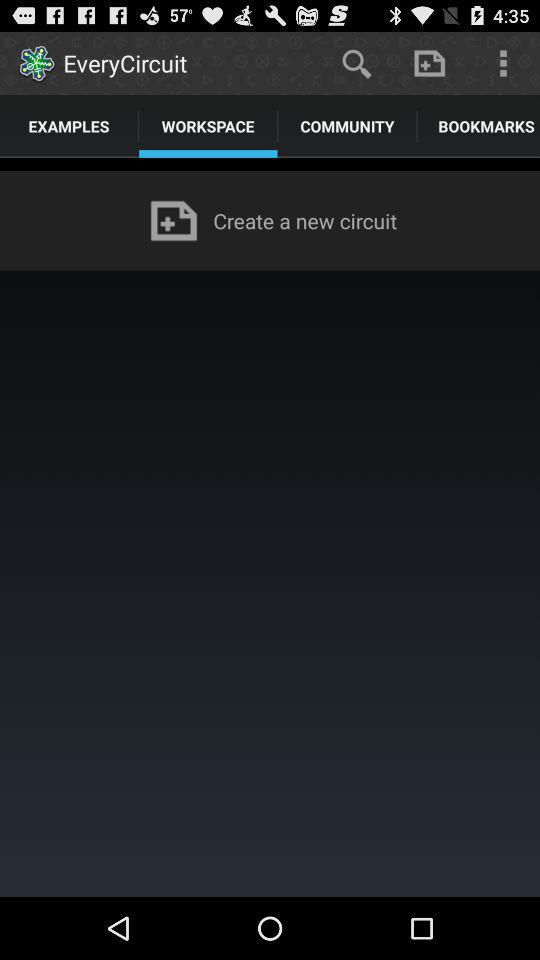 This screenshot has width=540, height=960. I want to click on the item below examples icon, so click(270, 163).